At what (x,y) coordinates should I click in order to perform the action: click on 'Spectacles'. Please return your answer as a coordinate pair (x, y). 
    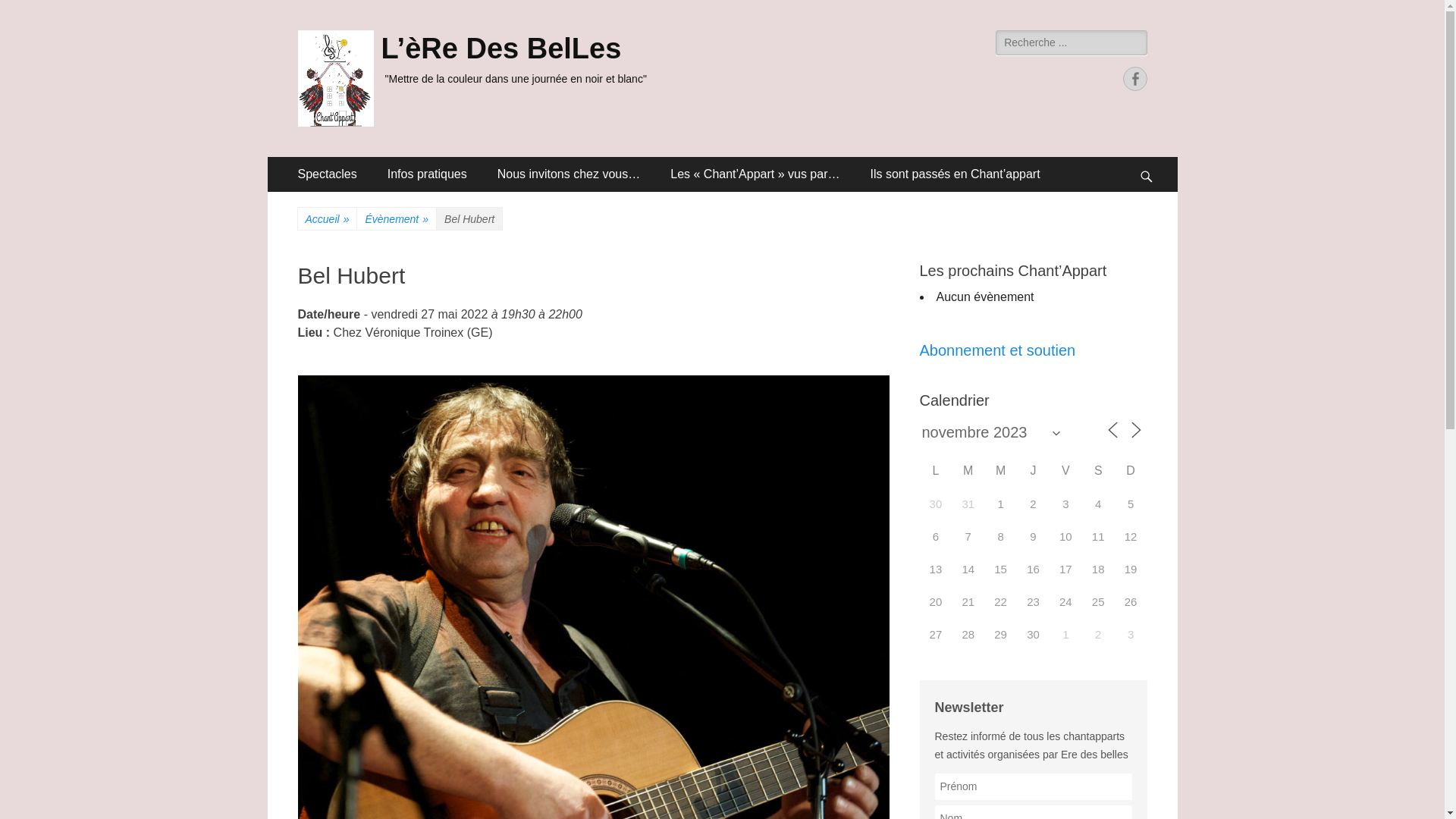
    Looking at the image, I should click on (326, 174).